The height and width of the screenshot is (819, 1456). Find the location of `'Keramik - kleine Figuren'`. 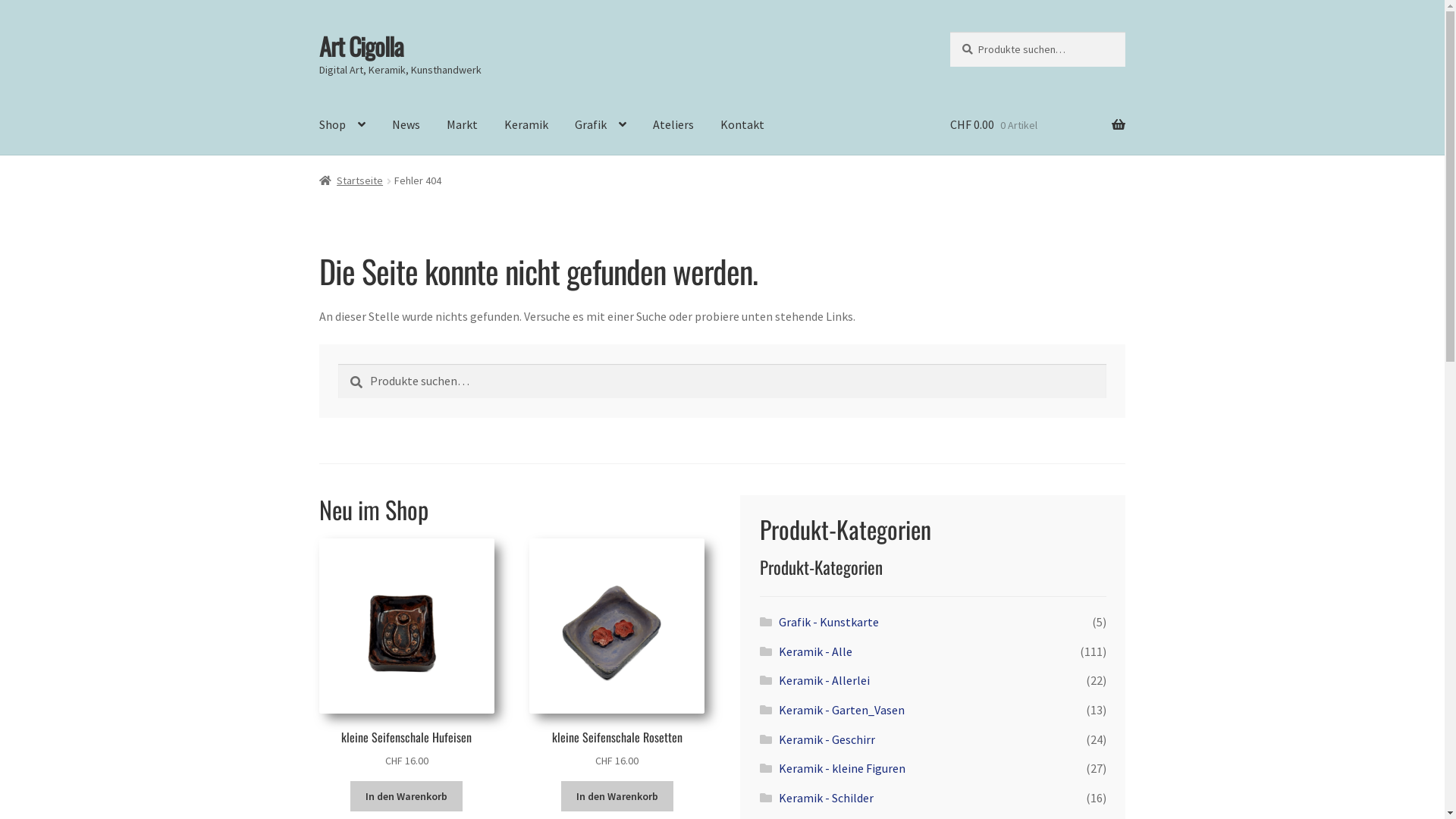

'Keramik - kleine Figuren' is located at coordinates (841, 768).